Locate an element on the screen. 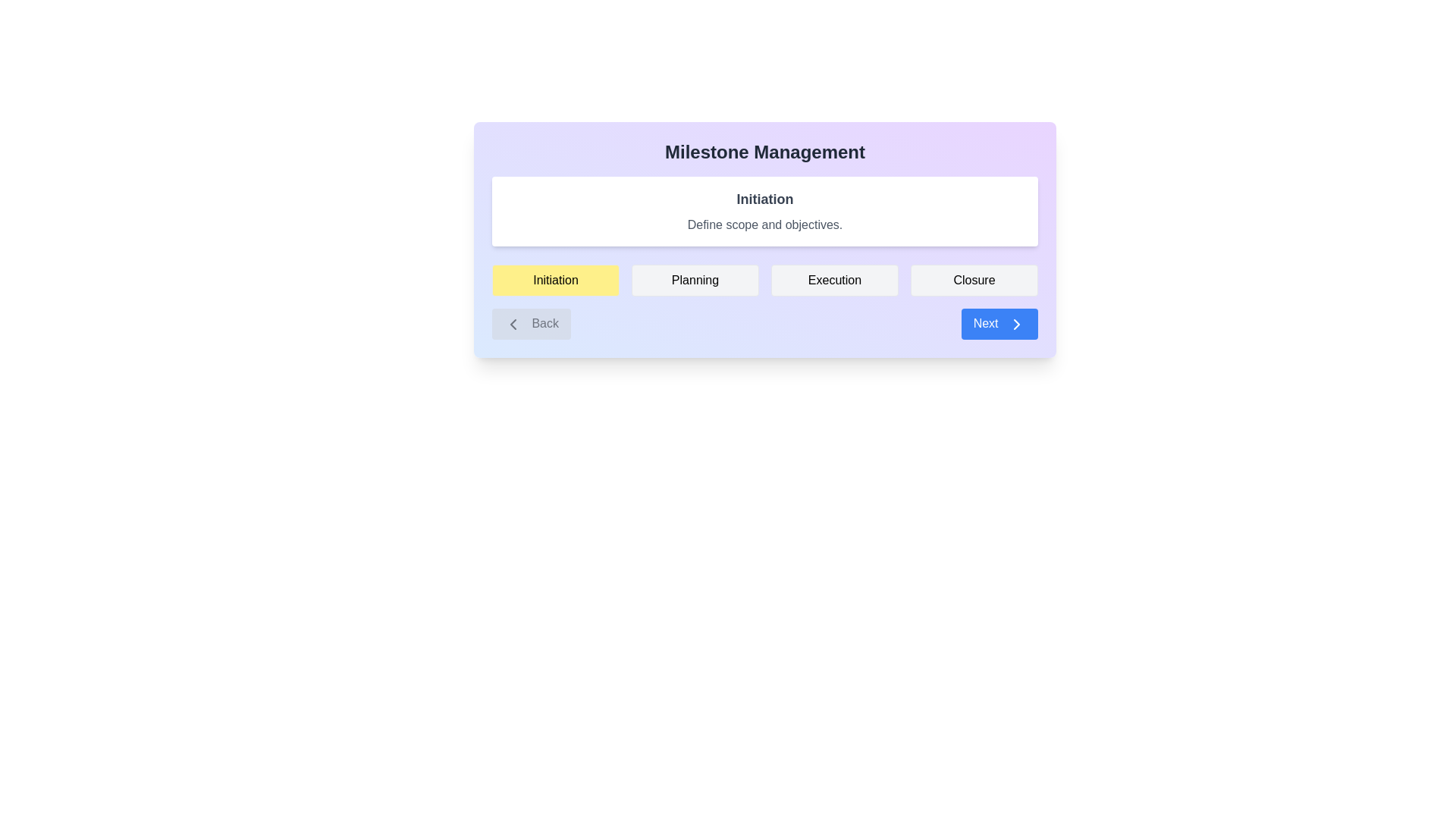 The image size is (1456, 819). the milestone label 'Initiation' located at the top-center section of the milestone management interface to focus or select the stage represented is located at coordinates (555, 281).